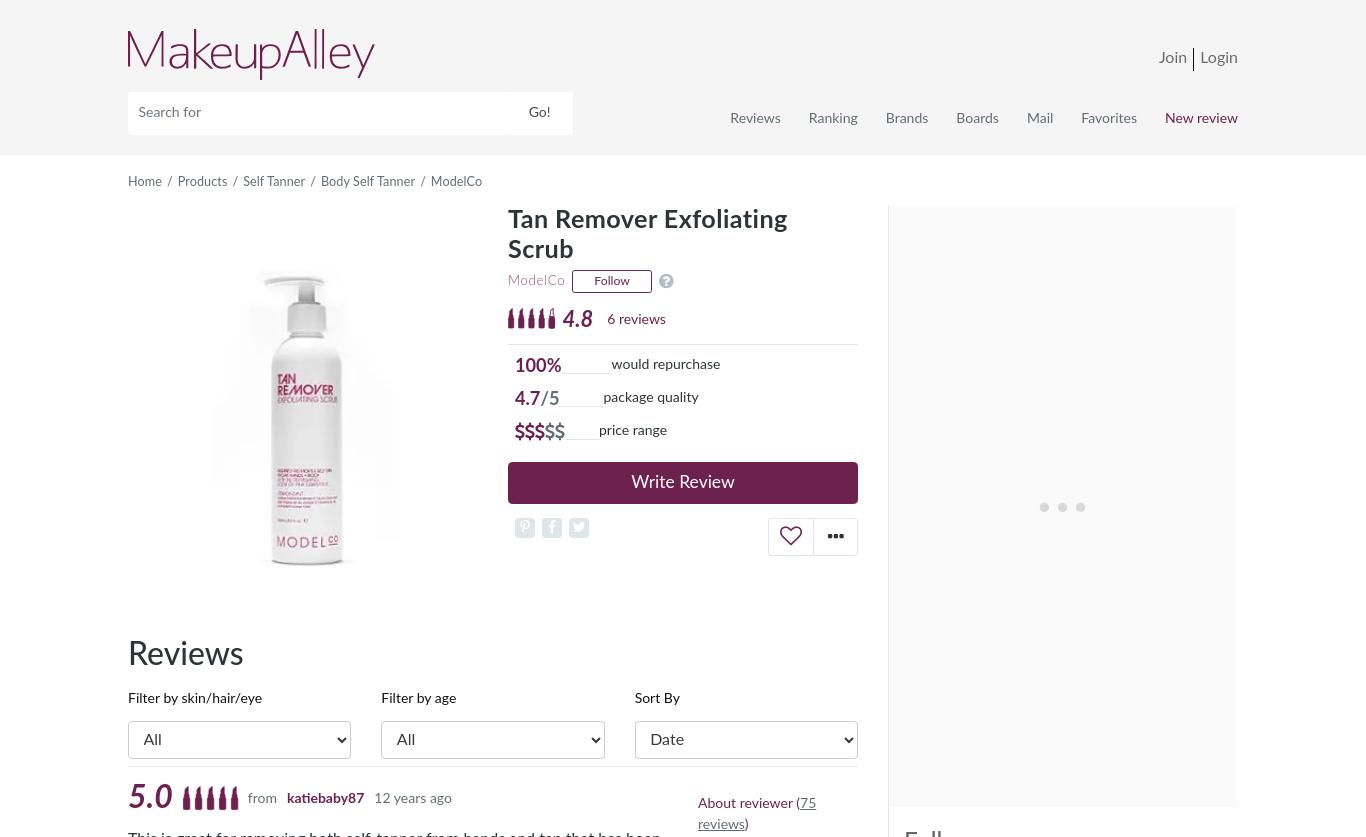 This screenshot has width=1366, height=837. Describe the element at coordinates (549, 398) in the screenshot. I see `'/5'` at that location.